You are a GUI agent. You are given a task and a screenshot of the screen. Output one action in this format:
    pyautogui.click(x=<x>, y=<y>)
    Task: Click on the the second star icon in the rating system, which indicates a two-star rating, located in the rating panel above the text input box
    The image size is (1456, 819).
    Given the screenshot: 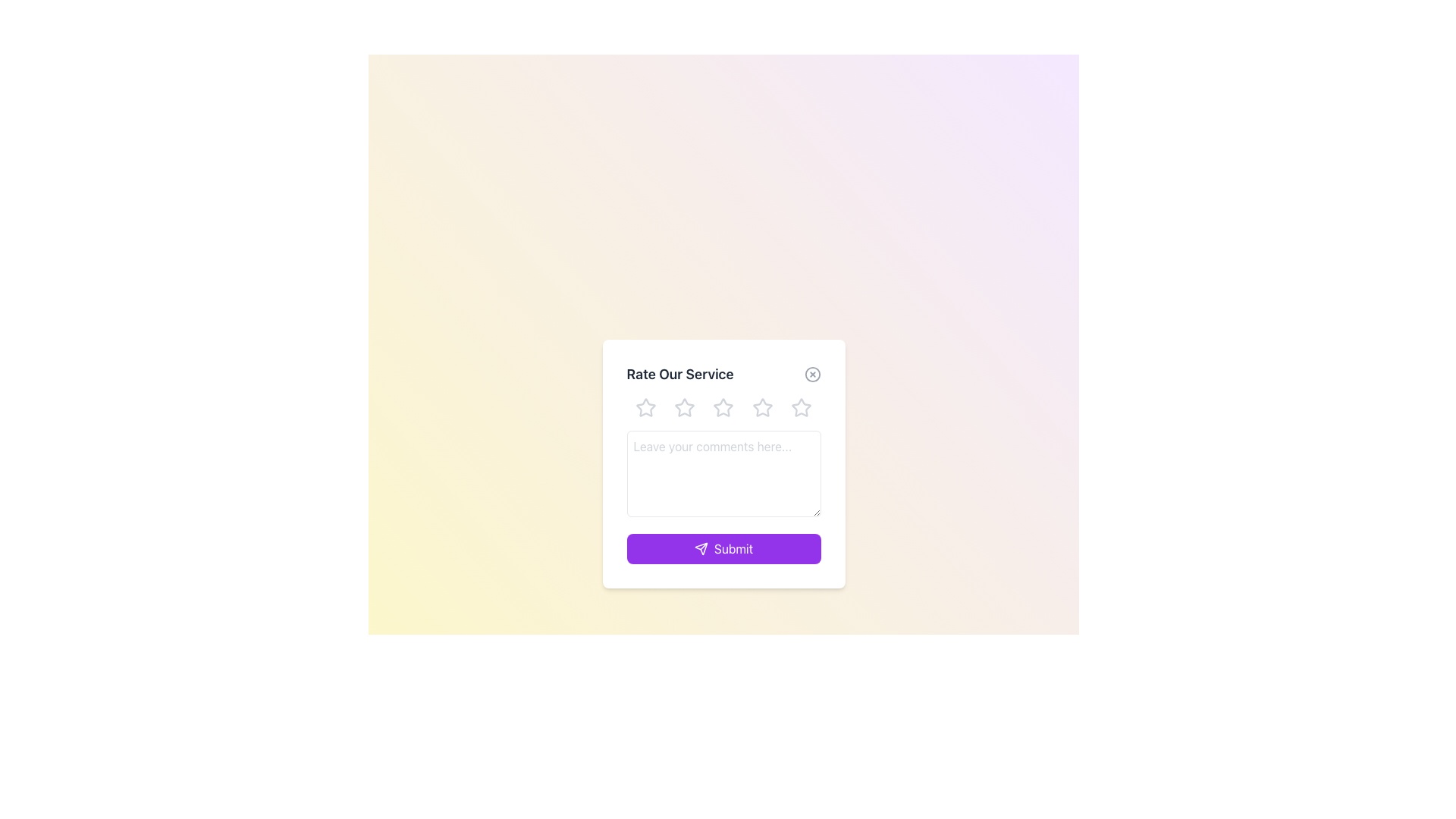 What is the action you would take?
    pyautogui.click(x=684, y=406)
    